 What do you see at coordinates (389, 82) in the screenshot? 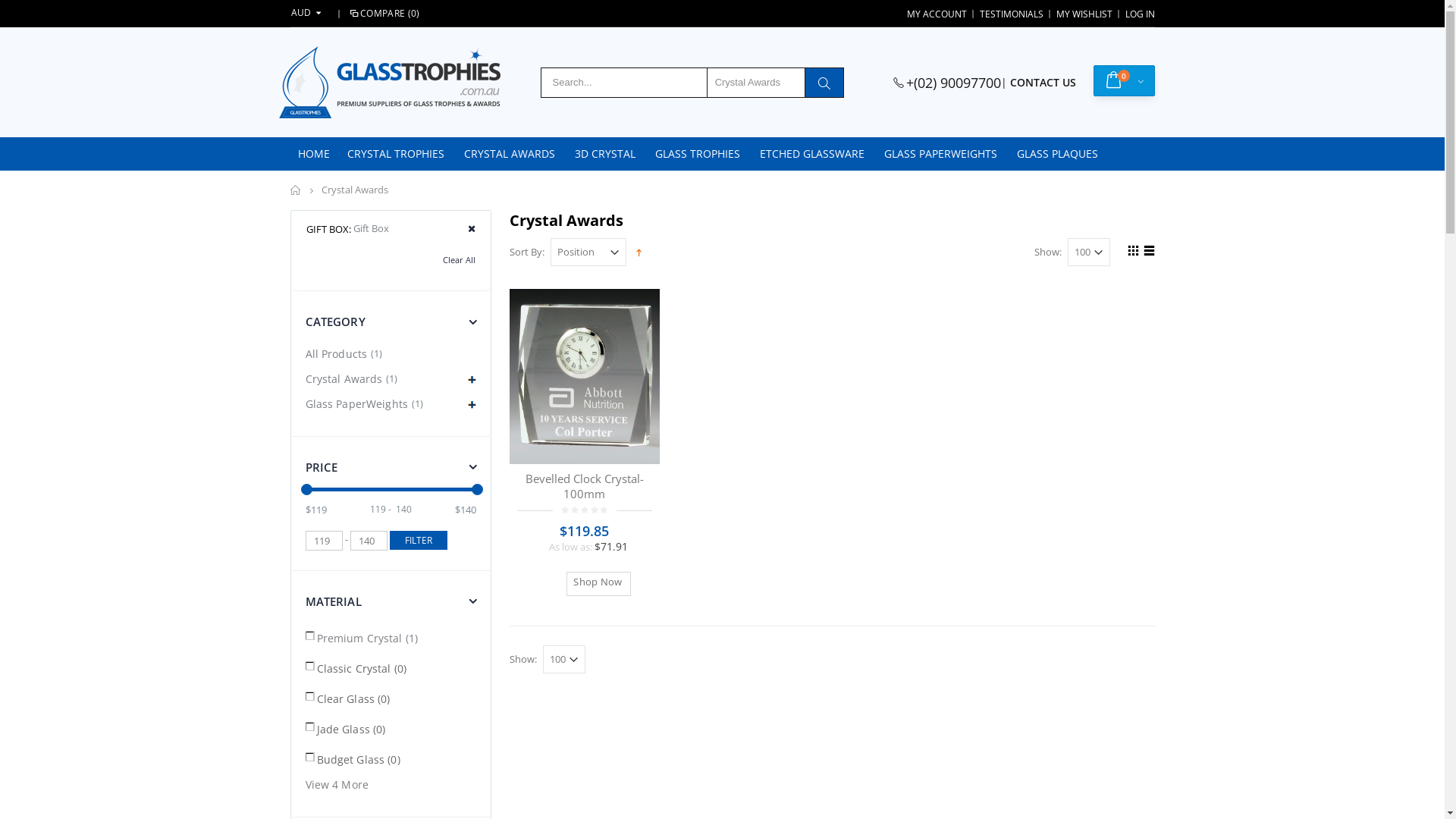
I see `'glasstrophies'` at bounding box center [389, 82].